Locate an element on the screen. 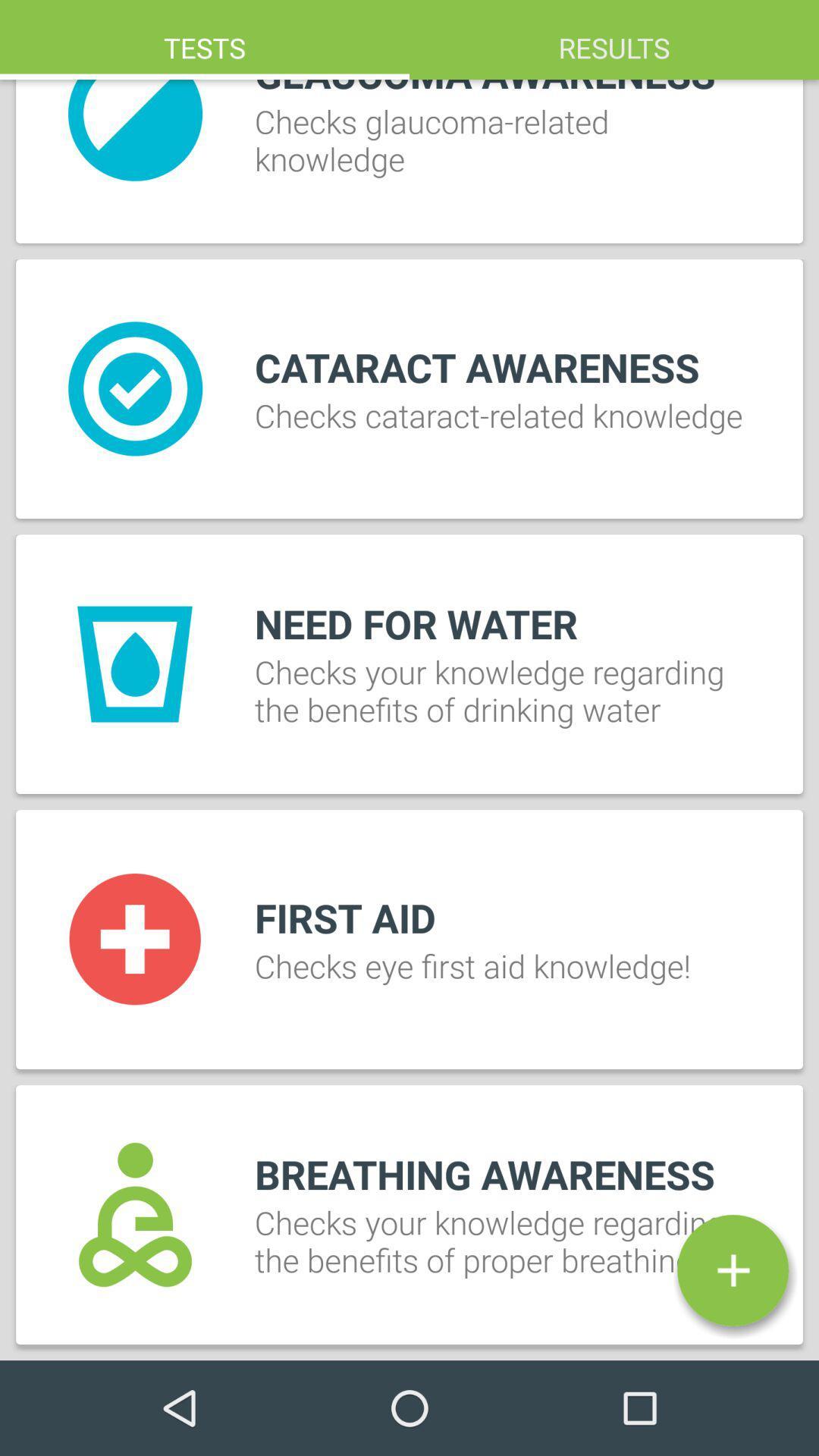 This screenshot has width=819, height=1456. the icon above checks glaucoma related item is located at coordinates (614, 39).